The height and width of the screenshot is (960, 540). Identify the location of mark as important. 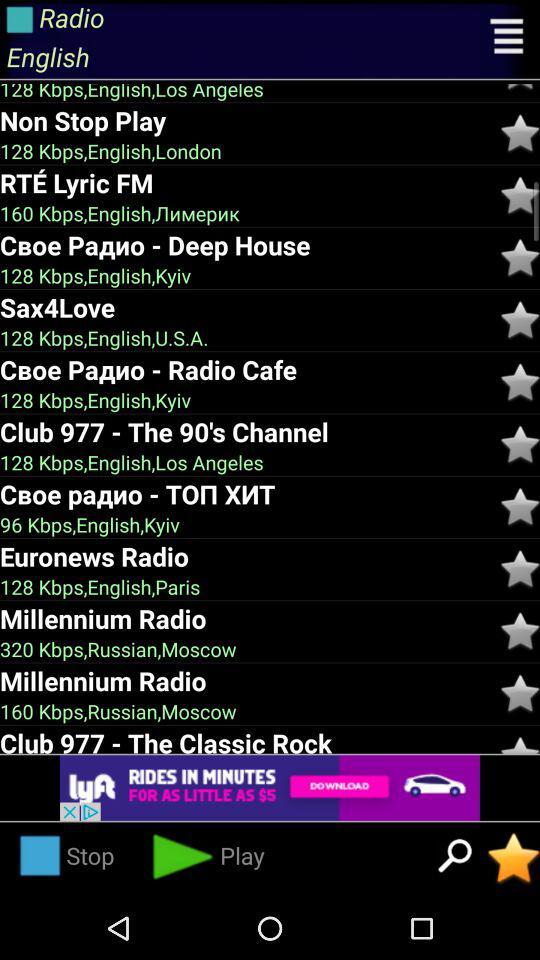
(513, 857).